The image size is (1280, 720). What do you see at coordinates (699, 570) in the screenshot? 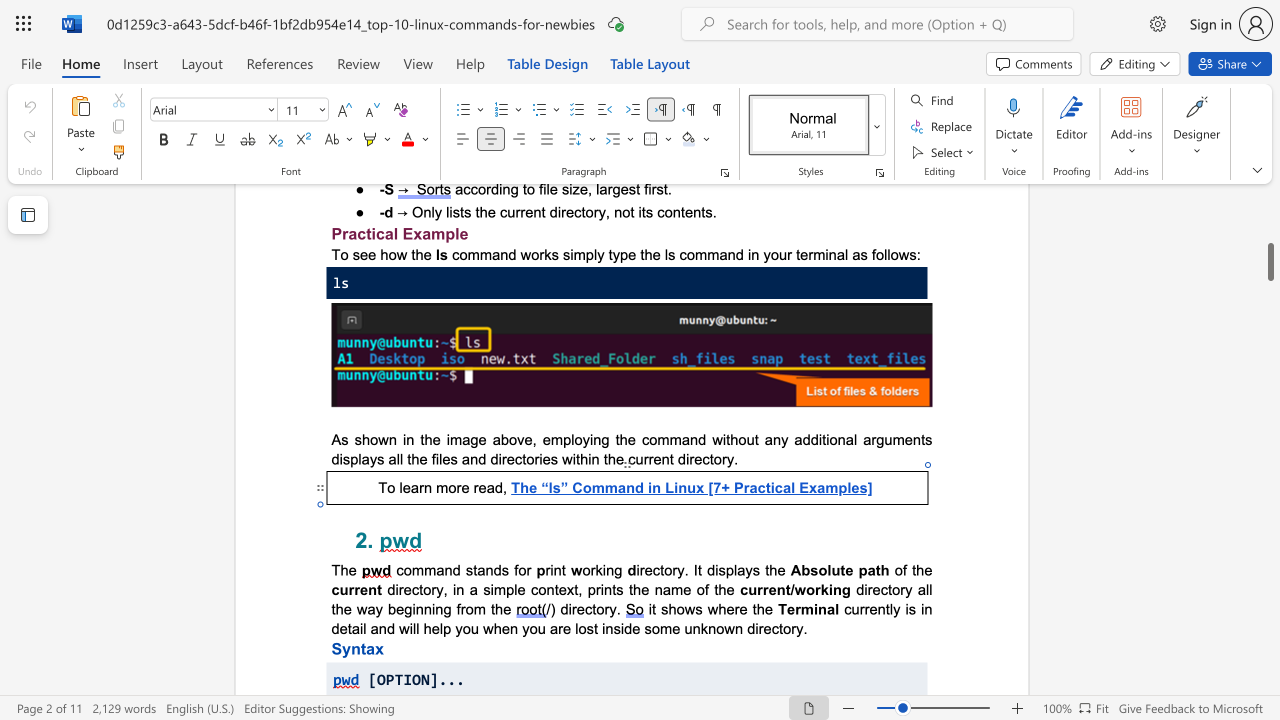
I see `the 2th character "t" in the text` at bounding box center [699, 570].